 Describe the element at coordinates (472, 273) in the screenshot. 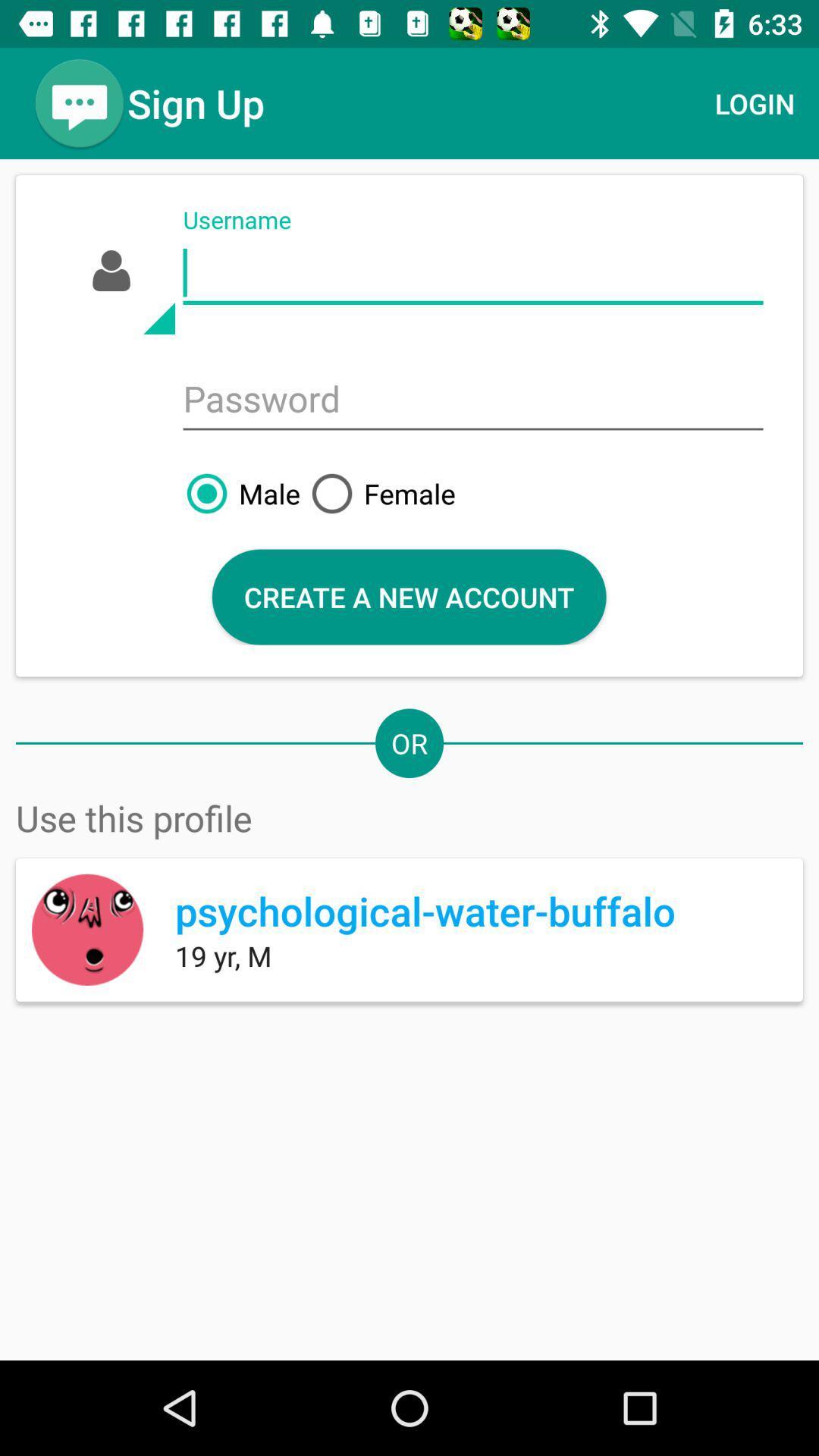

I see `username` at that location.